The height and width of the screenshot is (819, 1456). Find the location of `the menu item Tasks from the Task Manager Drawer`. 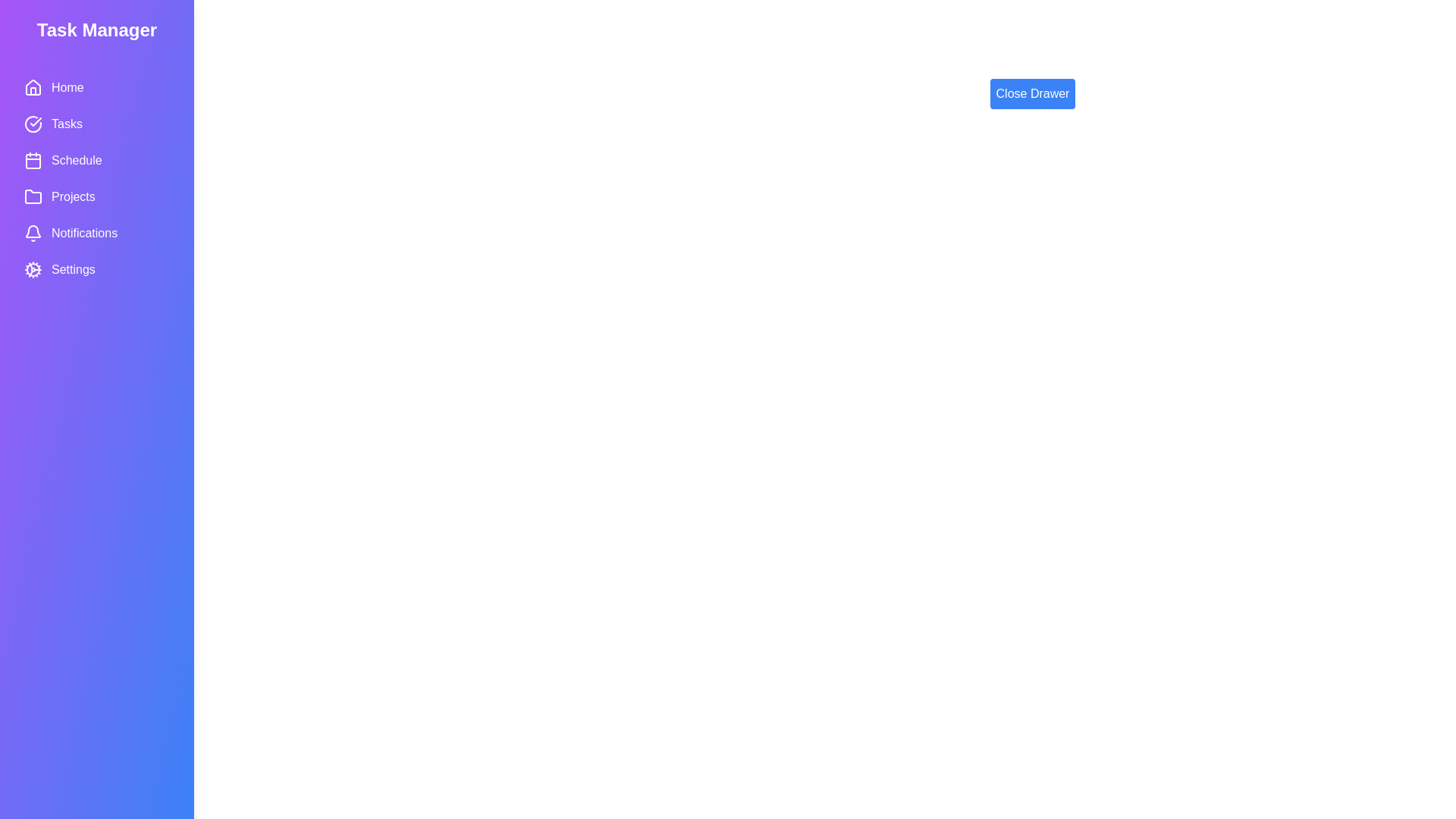

the menu item Tasks from the Task Manager Drawer is located at coordinates (96, 124).